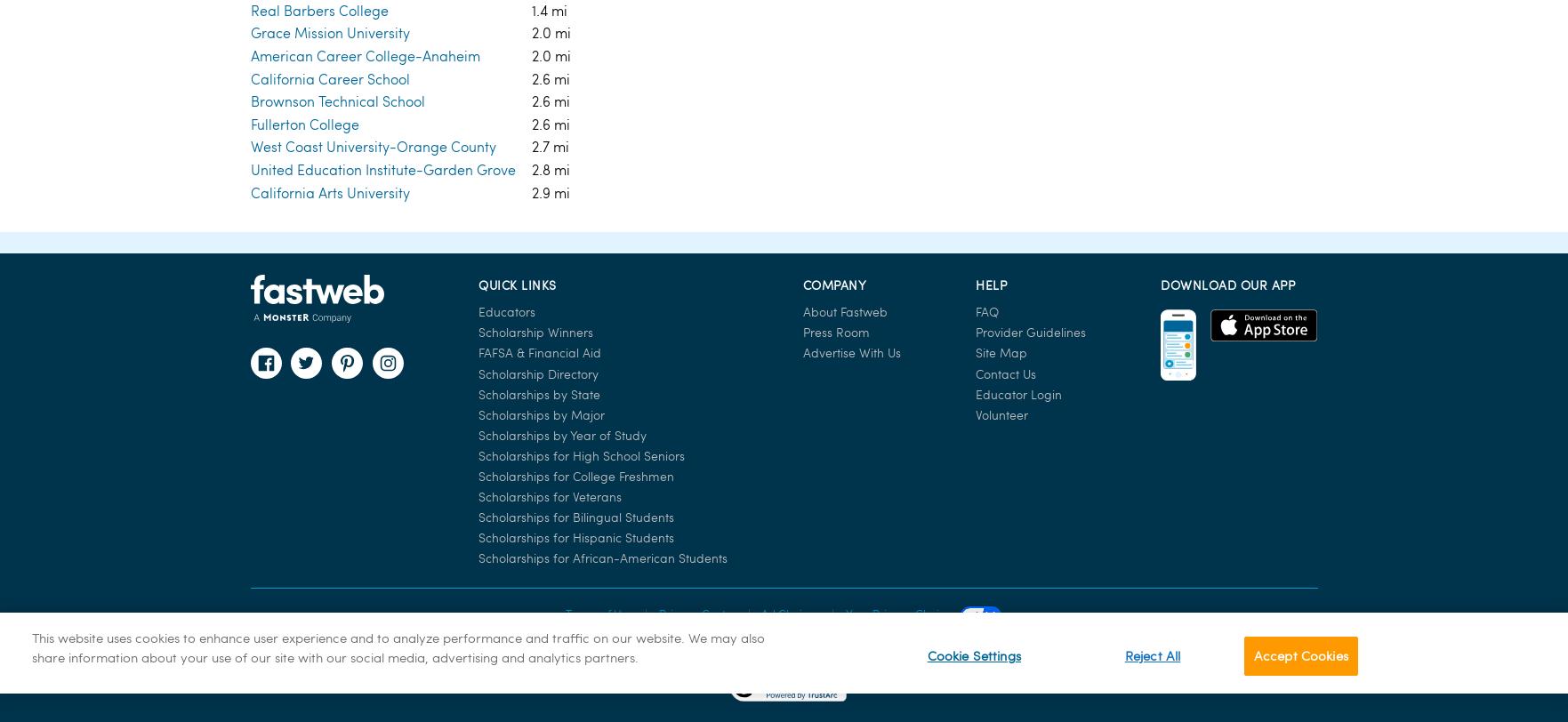  I want to click on 'Scholarships by Year of Study', so click(562, 74).